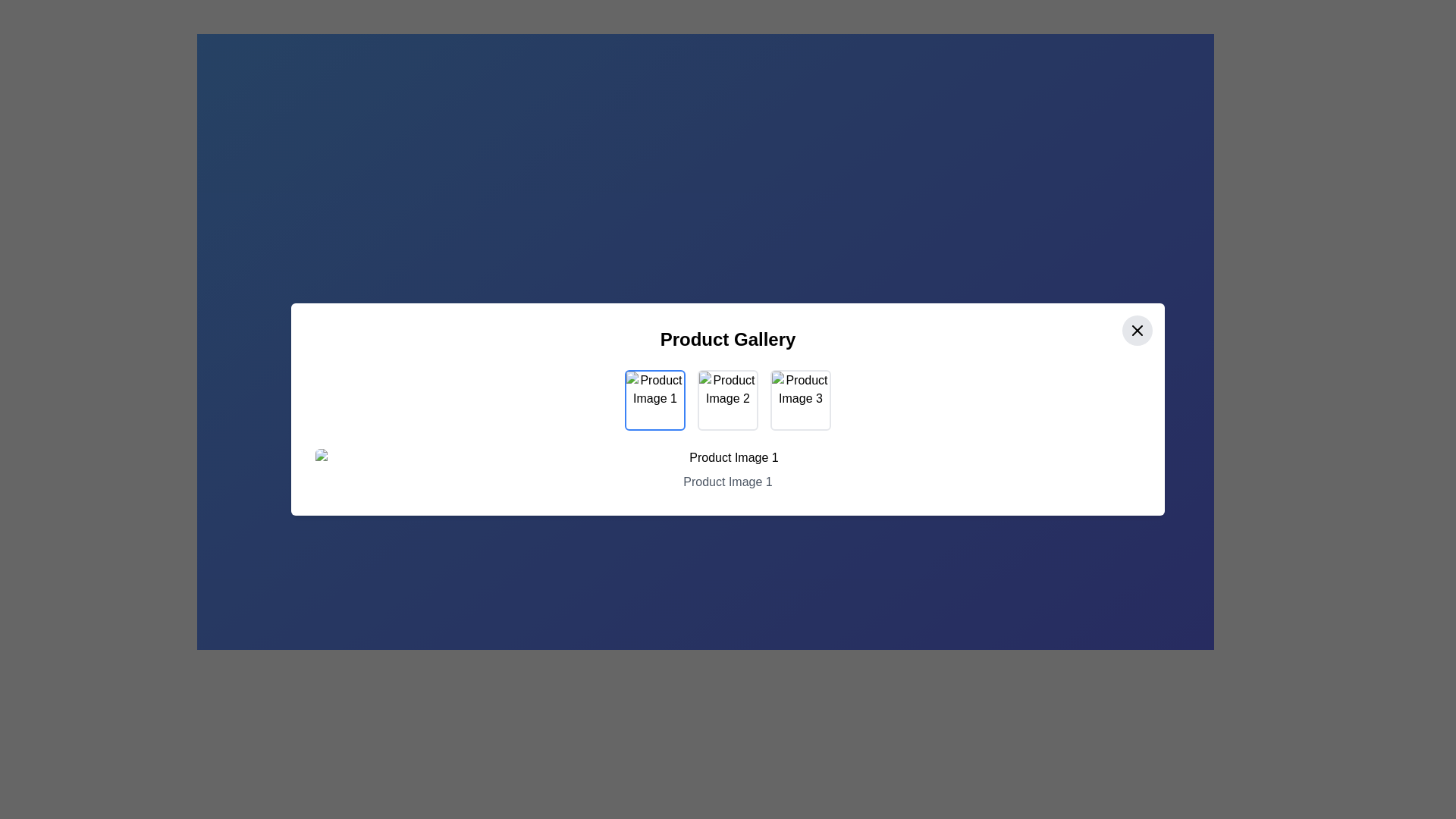 The image size is (1456, 819). I want to click on the 'X' shaped close icon located in the top-right corner of the product gallery card, so click(1137, 329).